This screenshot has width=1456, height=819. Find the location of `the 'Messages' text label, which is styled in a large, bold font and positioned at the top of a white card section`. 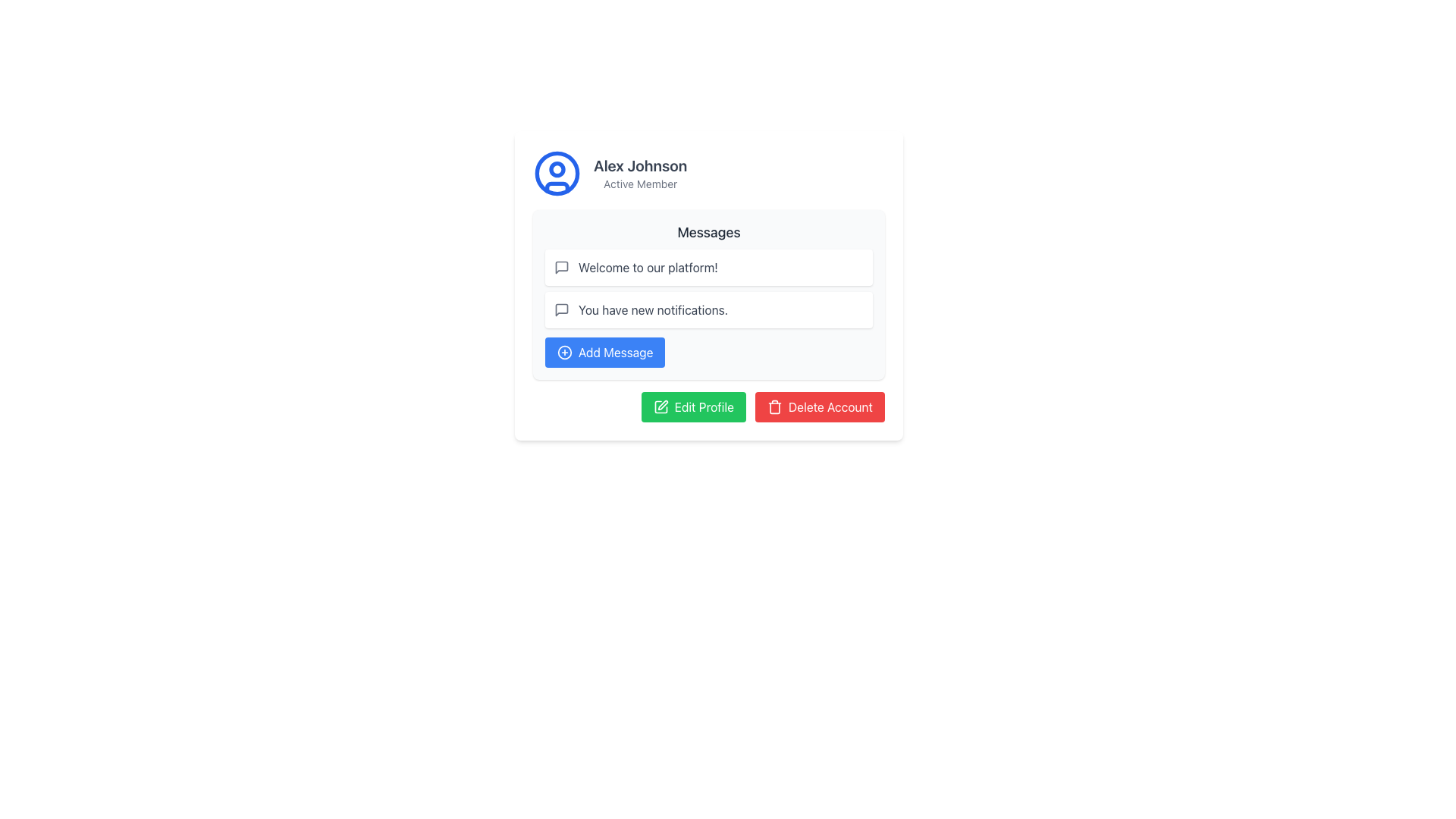

the 'Messages' text label, which is styled in a large, bold font and positioned at the top of a white card section is located at coordinates (708, 233).